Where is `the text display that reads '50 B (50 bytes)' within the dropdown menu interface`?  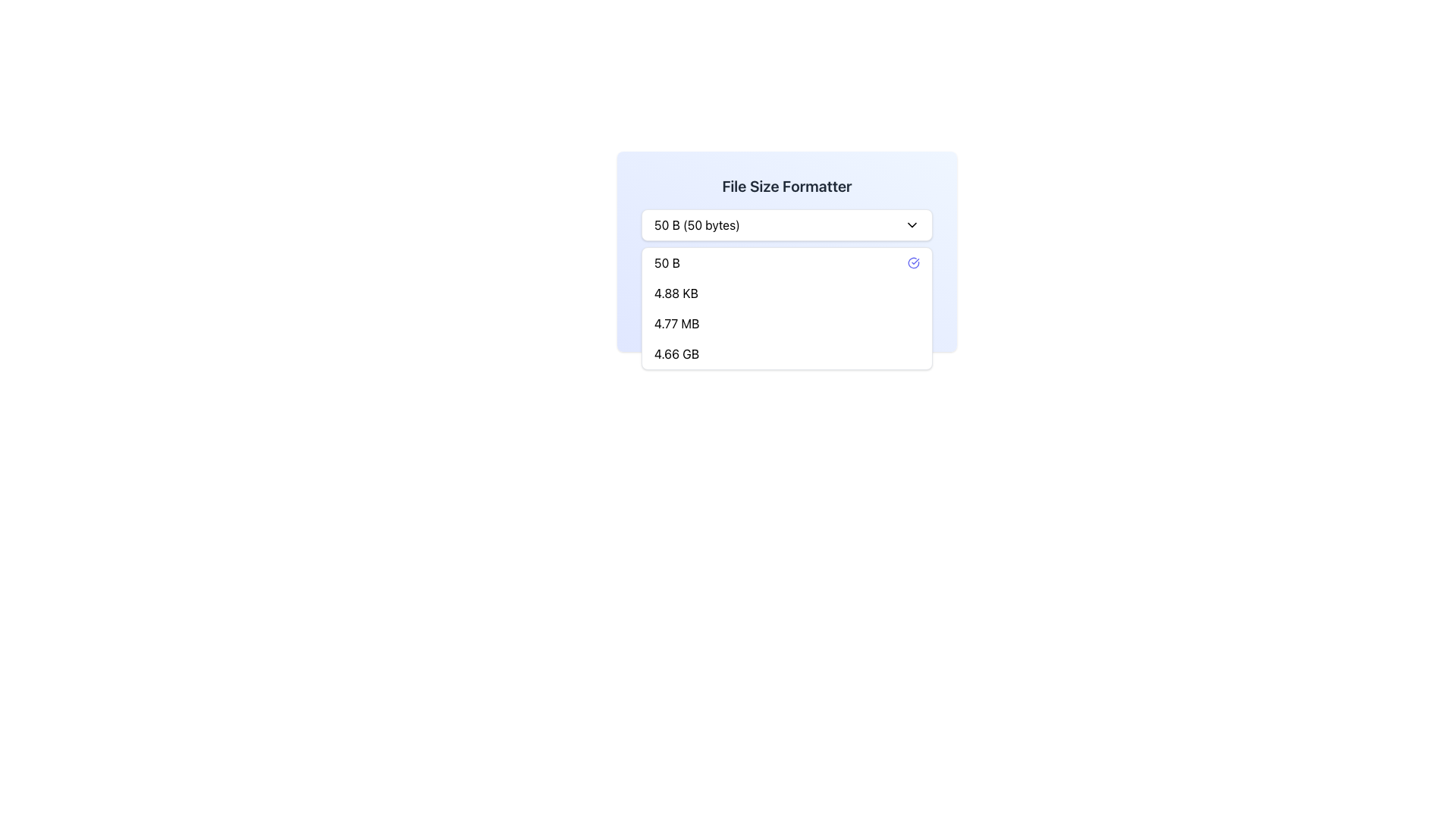
the text display that reads '50 B (50 bytes)' within the dropdown menu interface is located at coordinates (696, 225).